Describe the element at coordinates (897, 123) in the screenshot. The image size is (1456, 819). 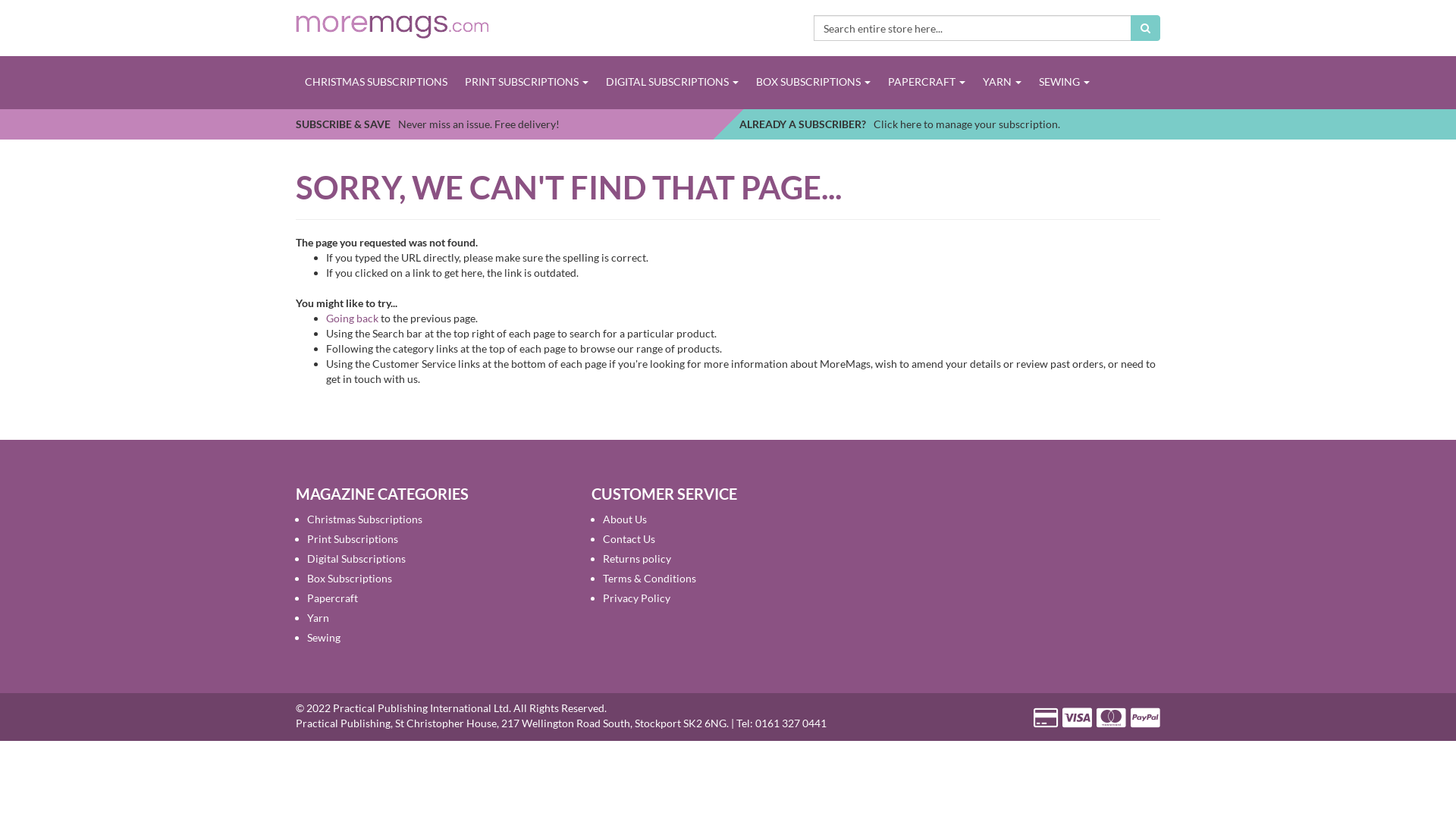
I see `'Click here'` at that location.